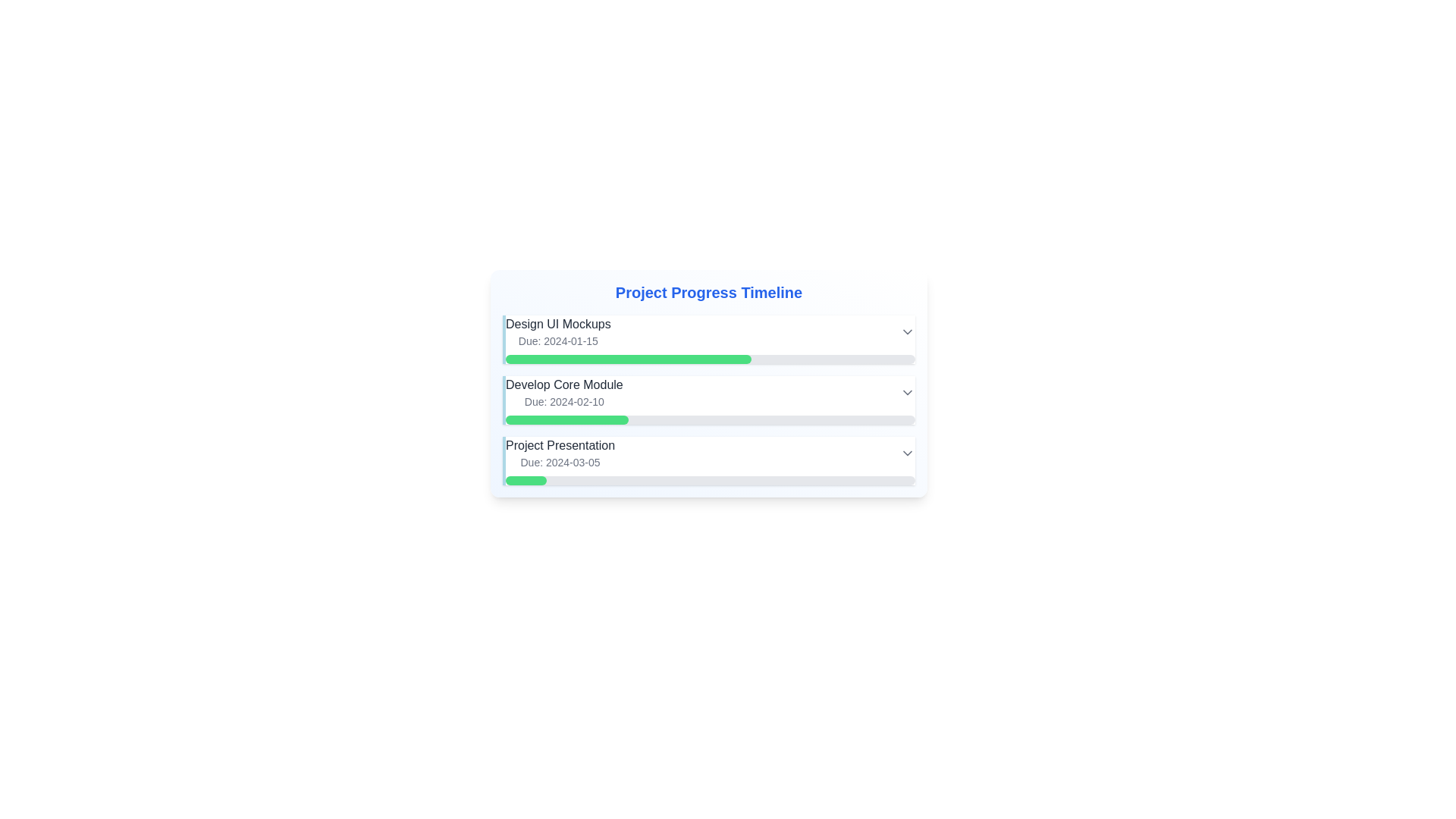 The image size is (1456, 819). Describe the element at coordinates (557, 331) in the screenshot. I see `the Text display element that provides information about the task 'Design UI Mockups' and its due date '2024-01-15', located under the header 'Project Progress Timeline'` at that location.